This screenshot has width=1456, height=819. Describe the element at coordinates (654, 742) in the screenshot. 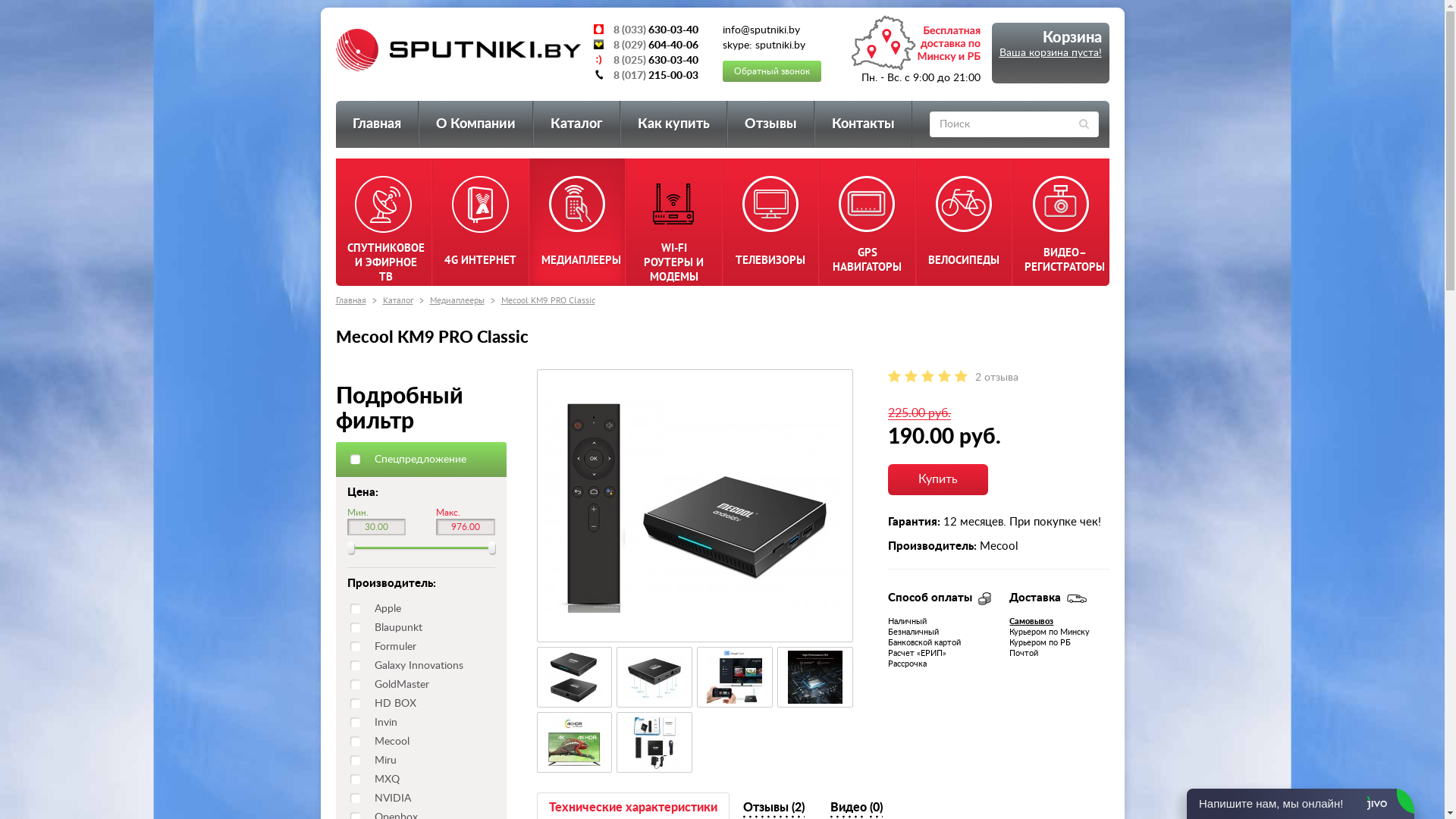

I see `'Mecool KM9 PRO Classic'` at that location.